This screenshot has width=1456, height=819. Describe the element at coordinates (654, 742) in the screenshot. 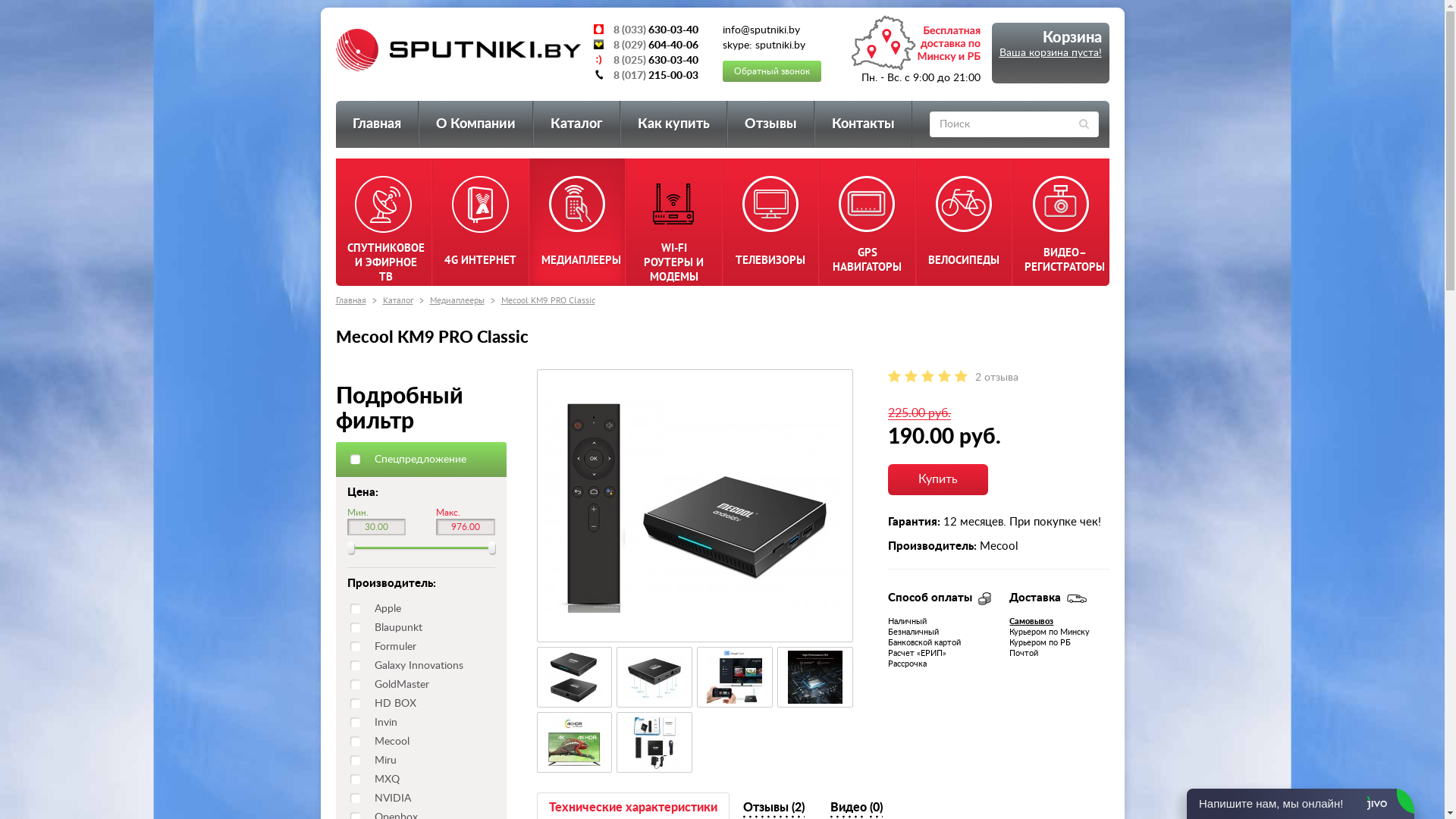

I see `'Mecool KM9 PRO Classic'` at that location.